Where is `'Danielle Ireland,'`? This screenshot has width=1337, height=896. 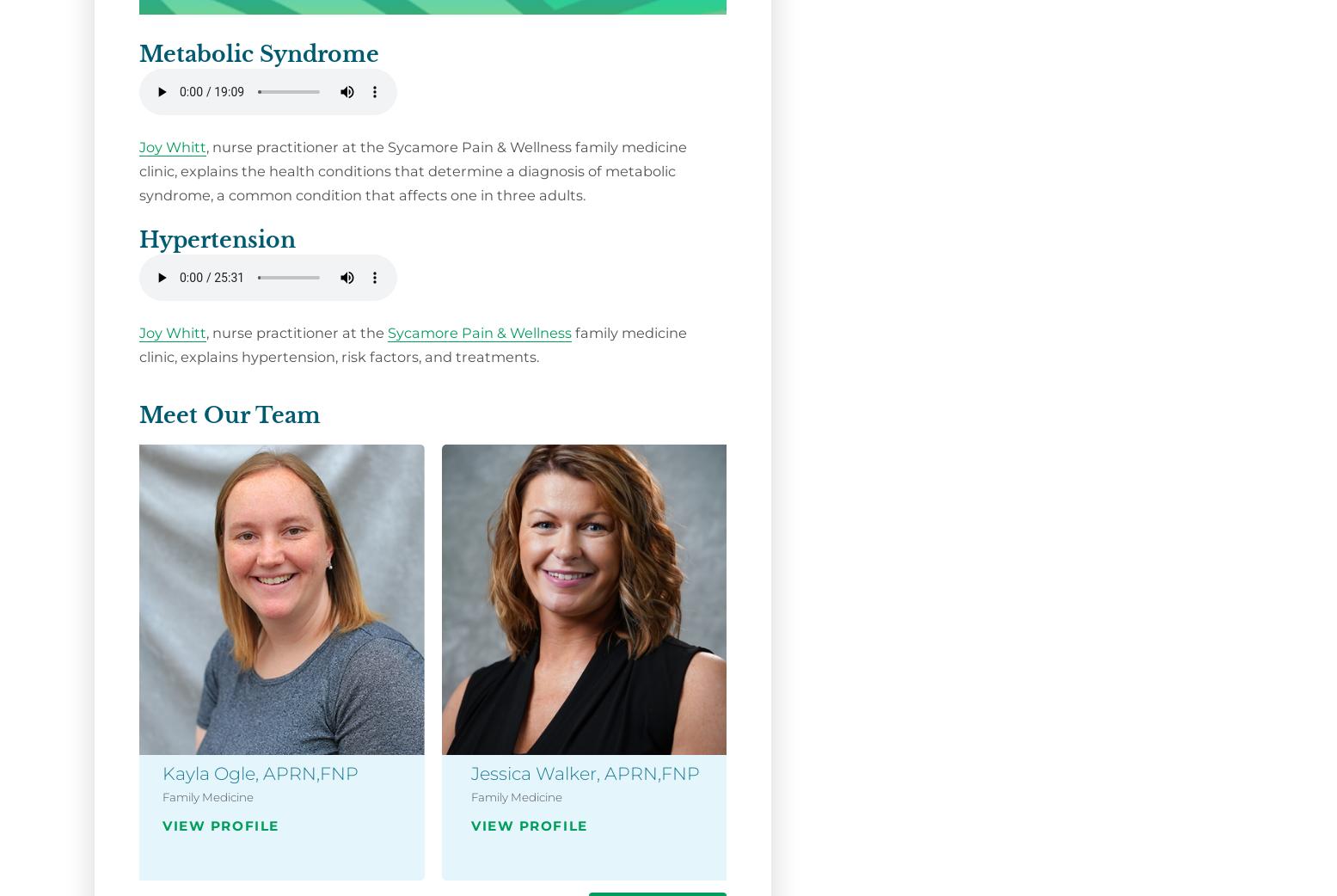
'Danielle Ireland,' is located at coordinates (1157, 771).